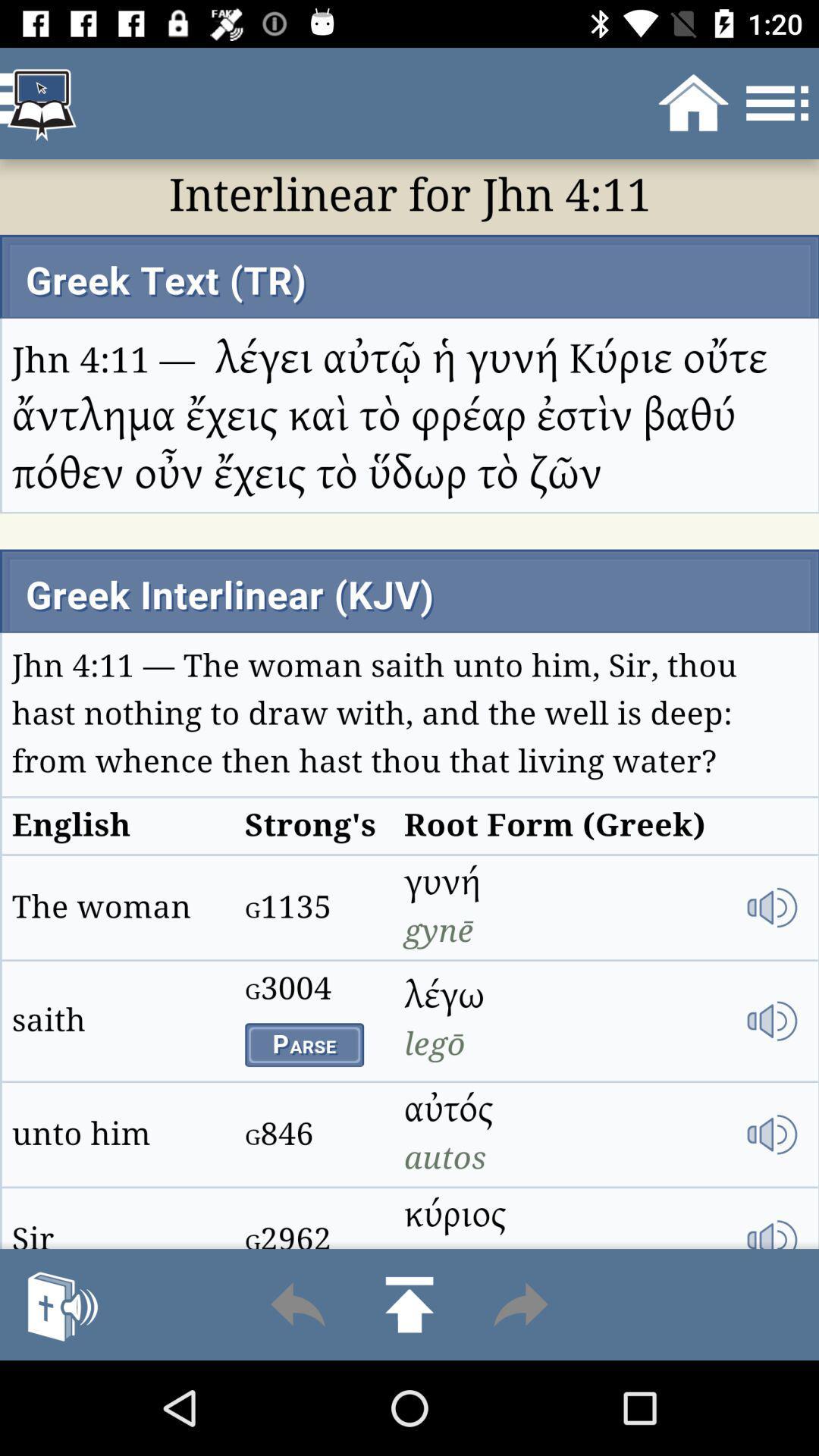  What do you see at coordinates (519, 1304) in the screenshot?
I see `next page` at bounding box center [519, 1304].